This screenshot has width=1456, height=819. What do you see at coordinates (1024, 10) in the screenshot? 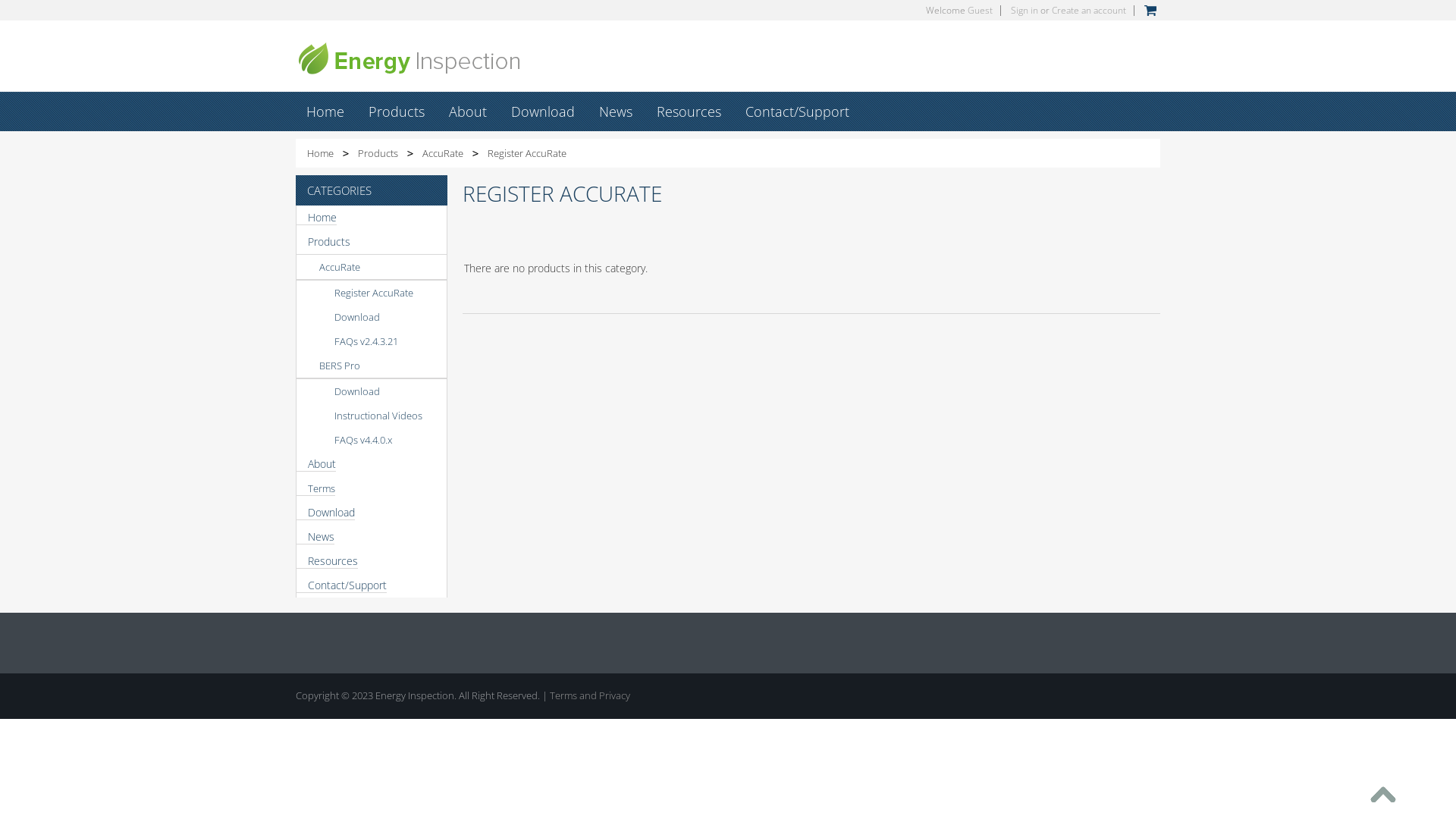
I see `'Sign in'` at bounding box center [1024, 10].